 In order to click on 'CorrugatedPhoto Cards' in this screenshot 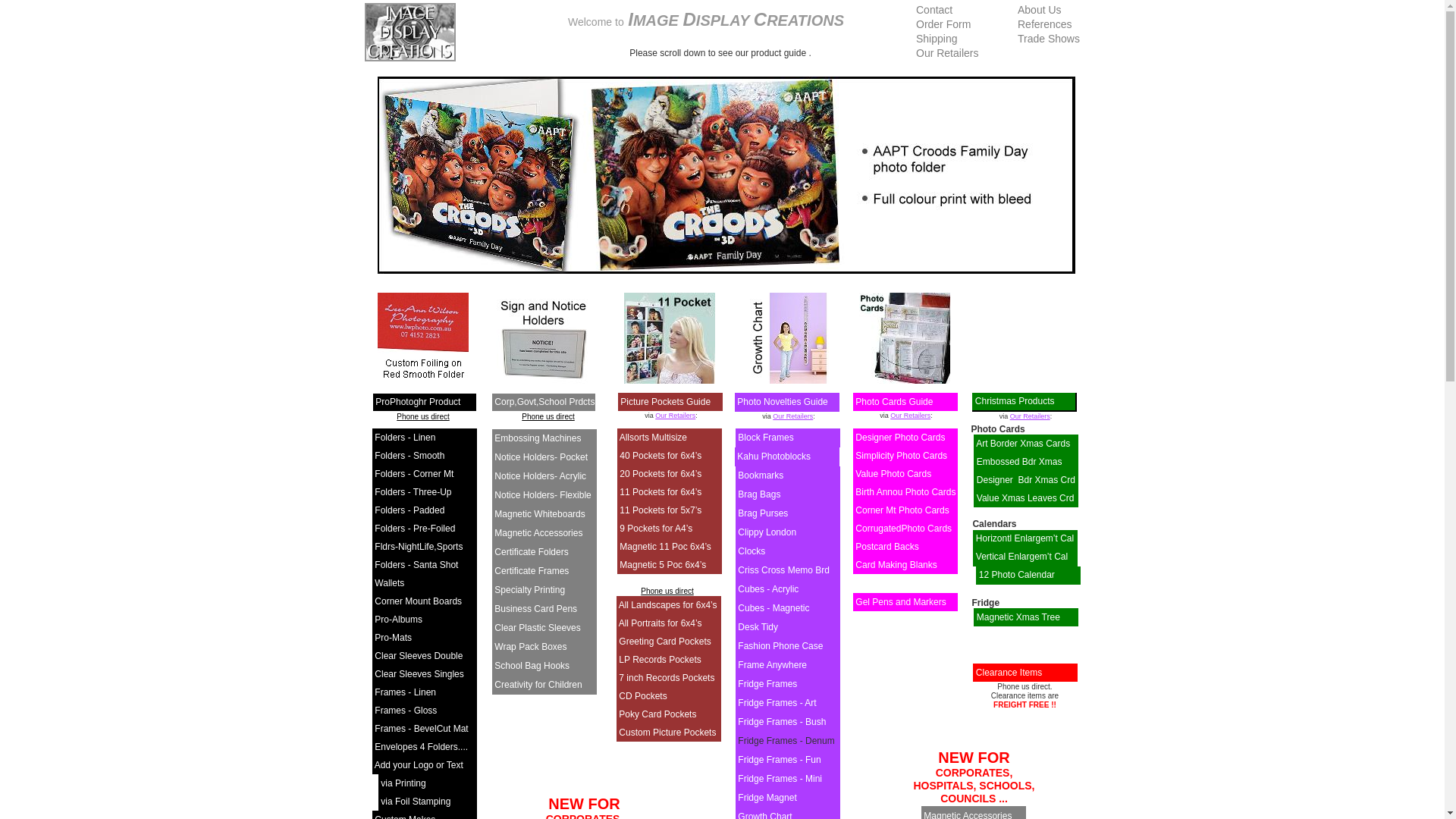, I will do `click(903, 528)`.